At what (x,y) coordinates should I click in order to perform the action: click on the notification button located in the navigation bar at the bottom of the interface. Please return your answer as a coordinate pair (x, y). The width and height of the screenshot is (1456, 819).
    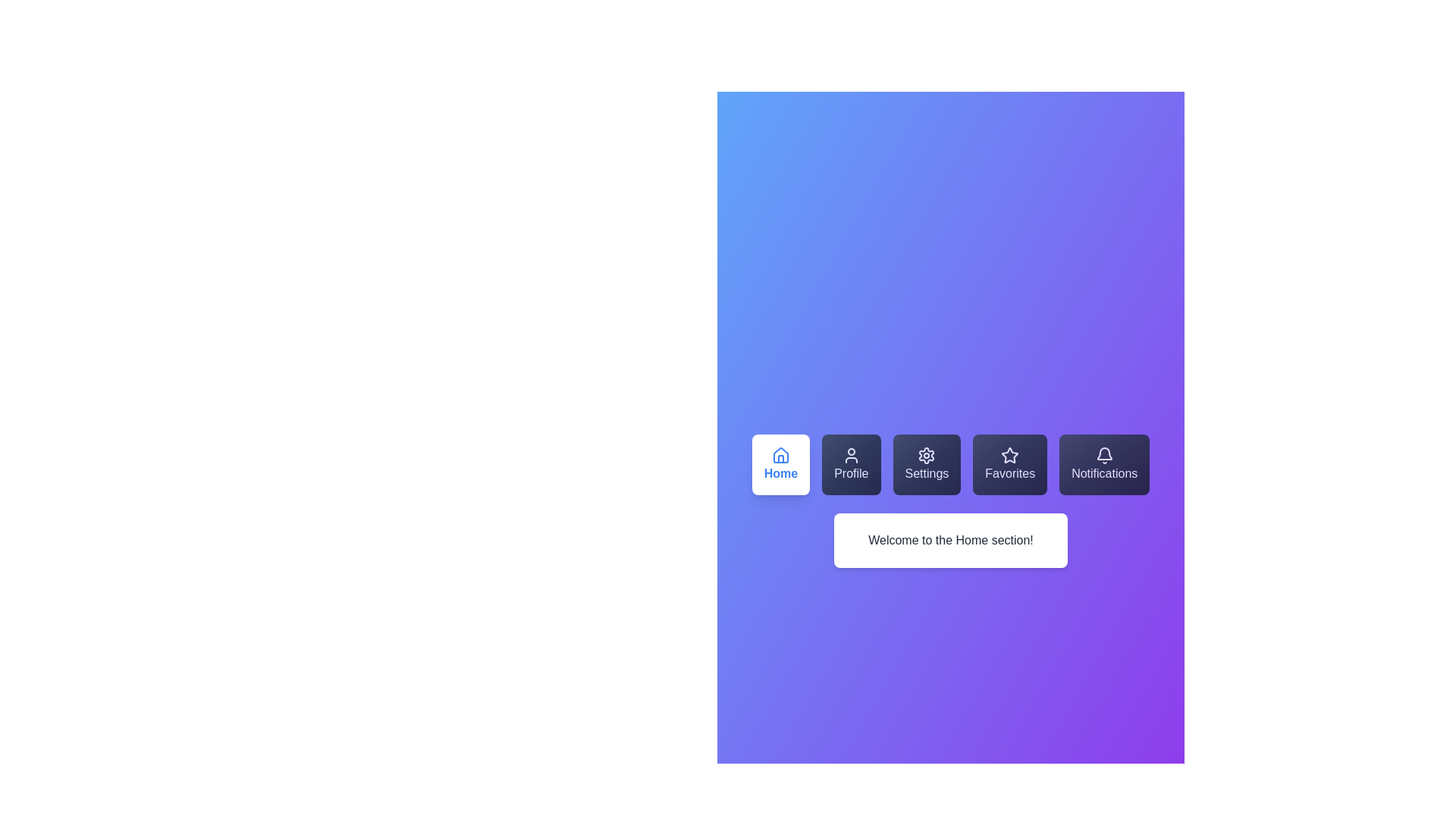
    Looking at the image, I should click on (1103, 452).